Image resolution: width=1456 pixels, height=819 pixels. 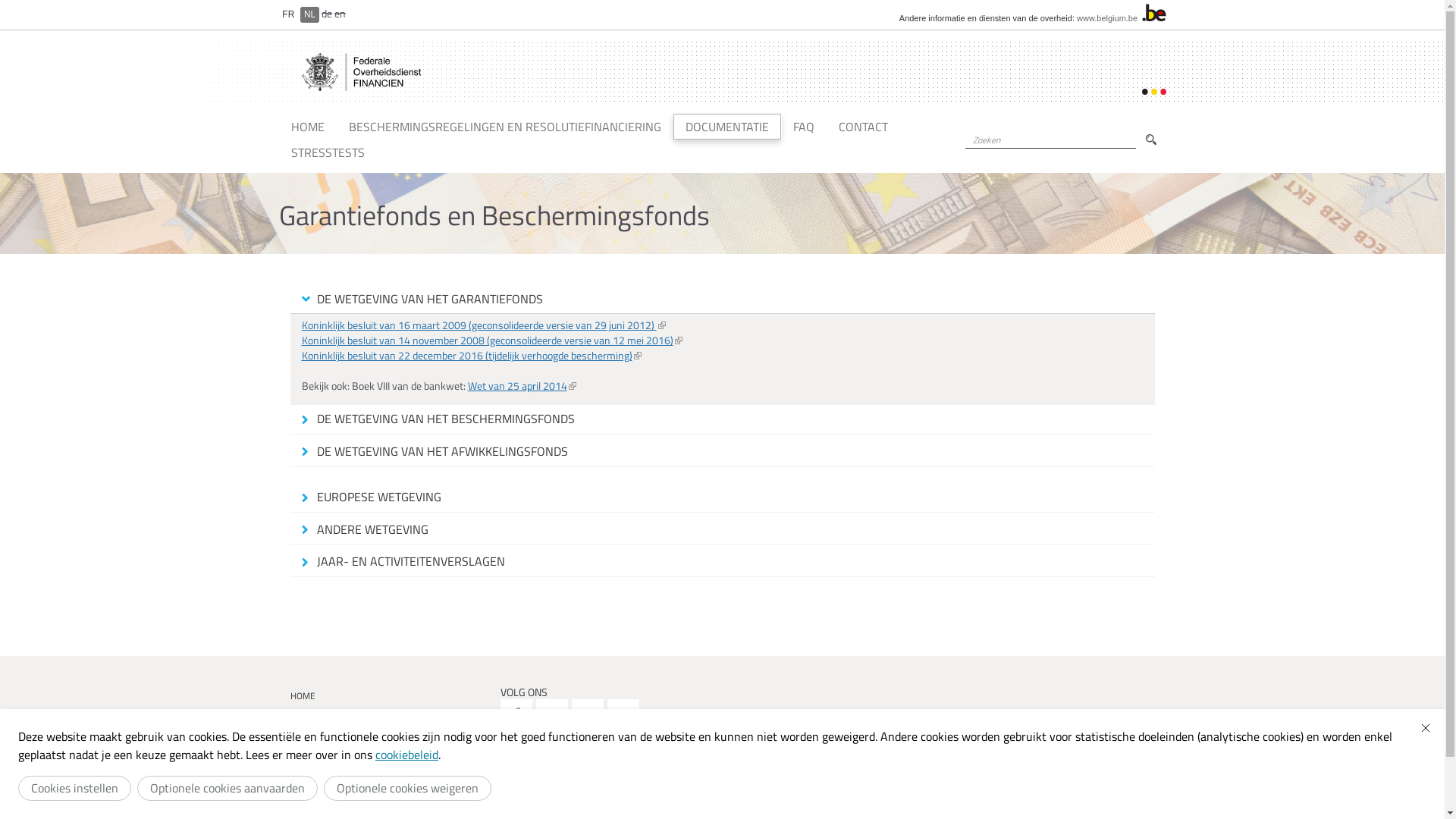 What do you see at coordinates (551, 714) in the screenshot?
I see `'Twitter'` at bounding box center [551, 714].